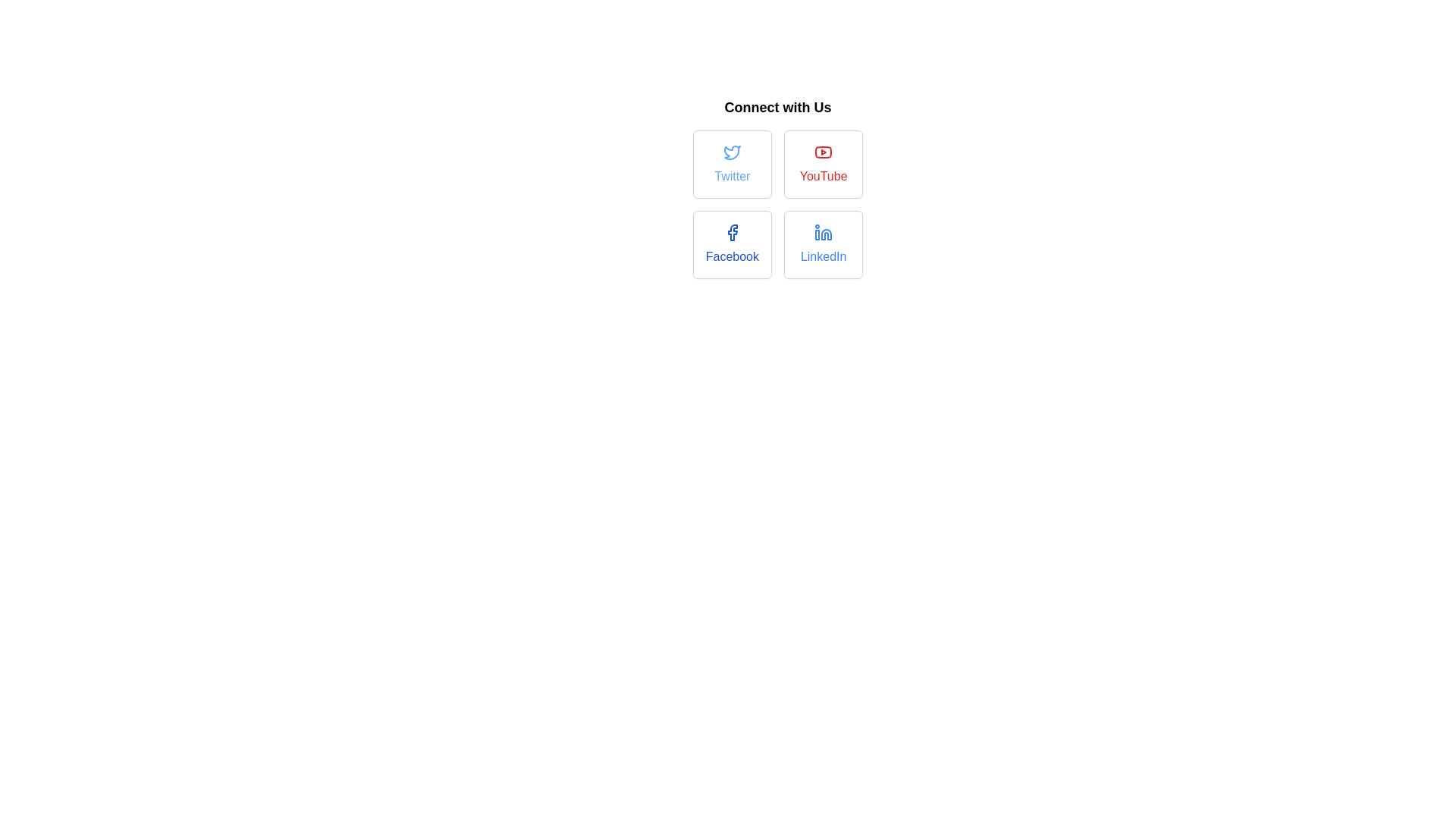 The height and width of the screenshot is (819, 1456). Describe the element at coordinates (817, 234) in the screenshot. I see `the small vertical blue rectangle that is part of the LinkedIn icon located in the lower right corner of the social media icons under 'Connect with Us'` at that location.